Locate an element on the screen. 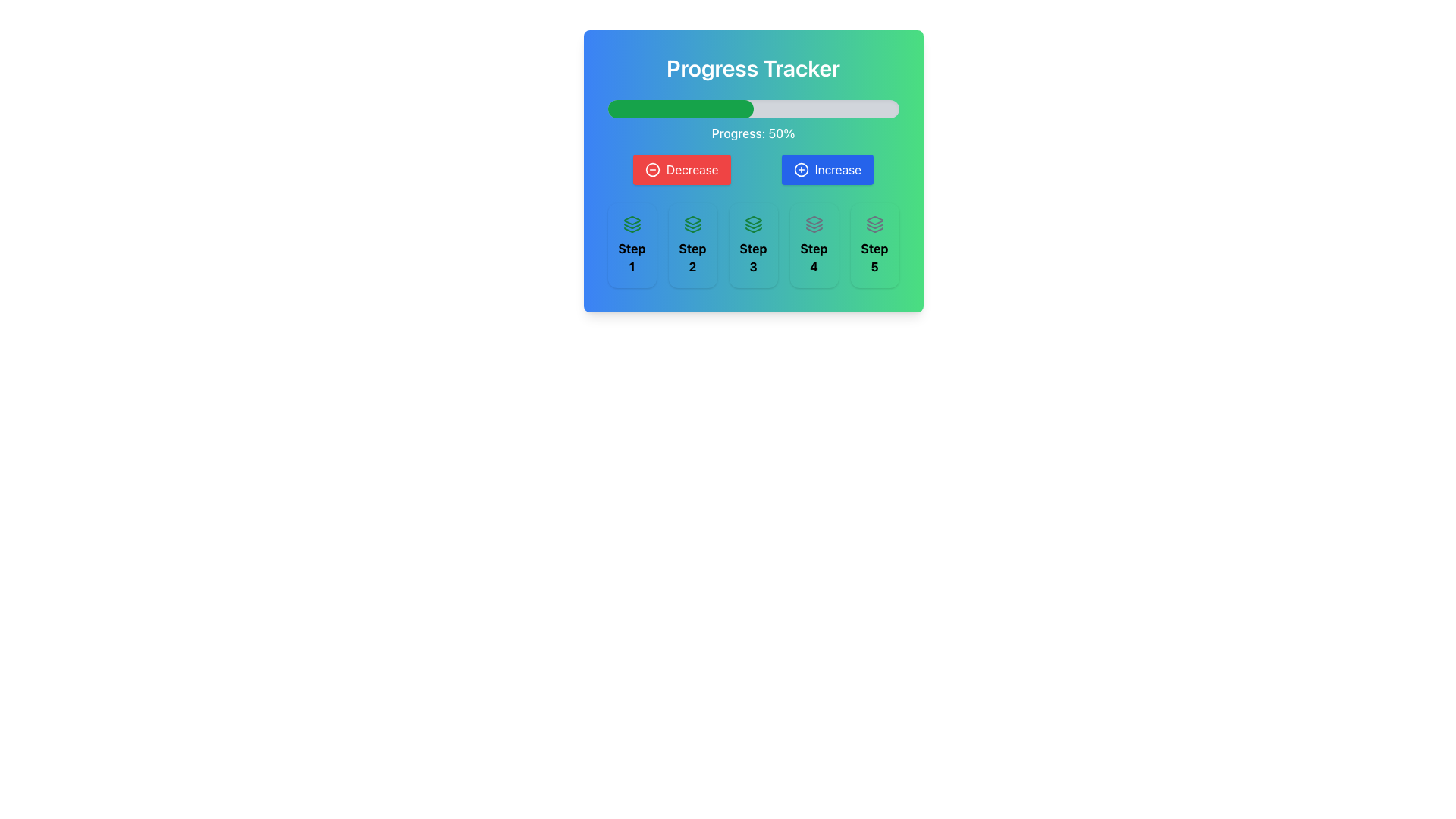  the 'Step 1' icon in the progress tracker interface, which is represented as an SVG component located inside the 'Step 1' card, positioned above the corresponding text is located at coordinates (632, 224).